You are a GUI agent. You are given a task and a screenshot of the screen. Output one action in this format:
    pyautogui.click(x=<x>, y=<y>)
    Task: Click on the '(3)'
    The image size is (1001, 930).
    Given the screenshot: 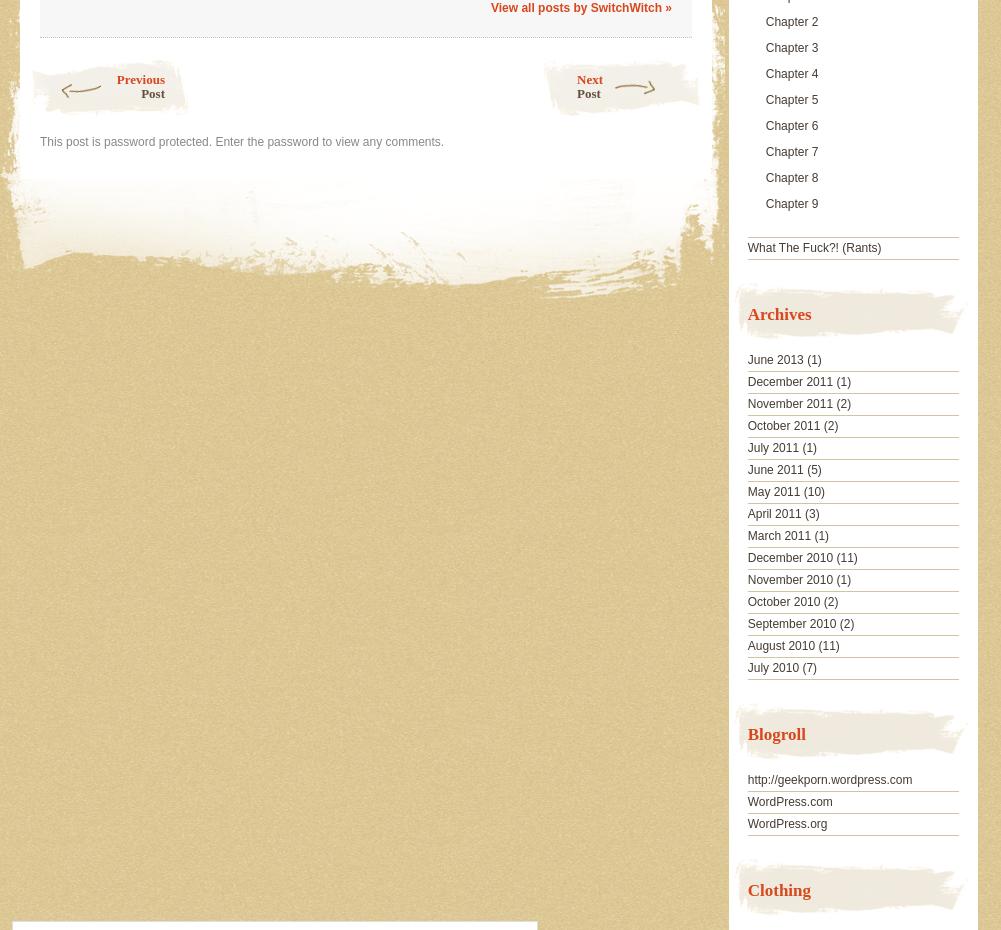 What is the action you would take?
    pyautogui.click(x=809, y=513)
    